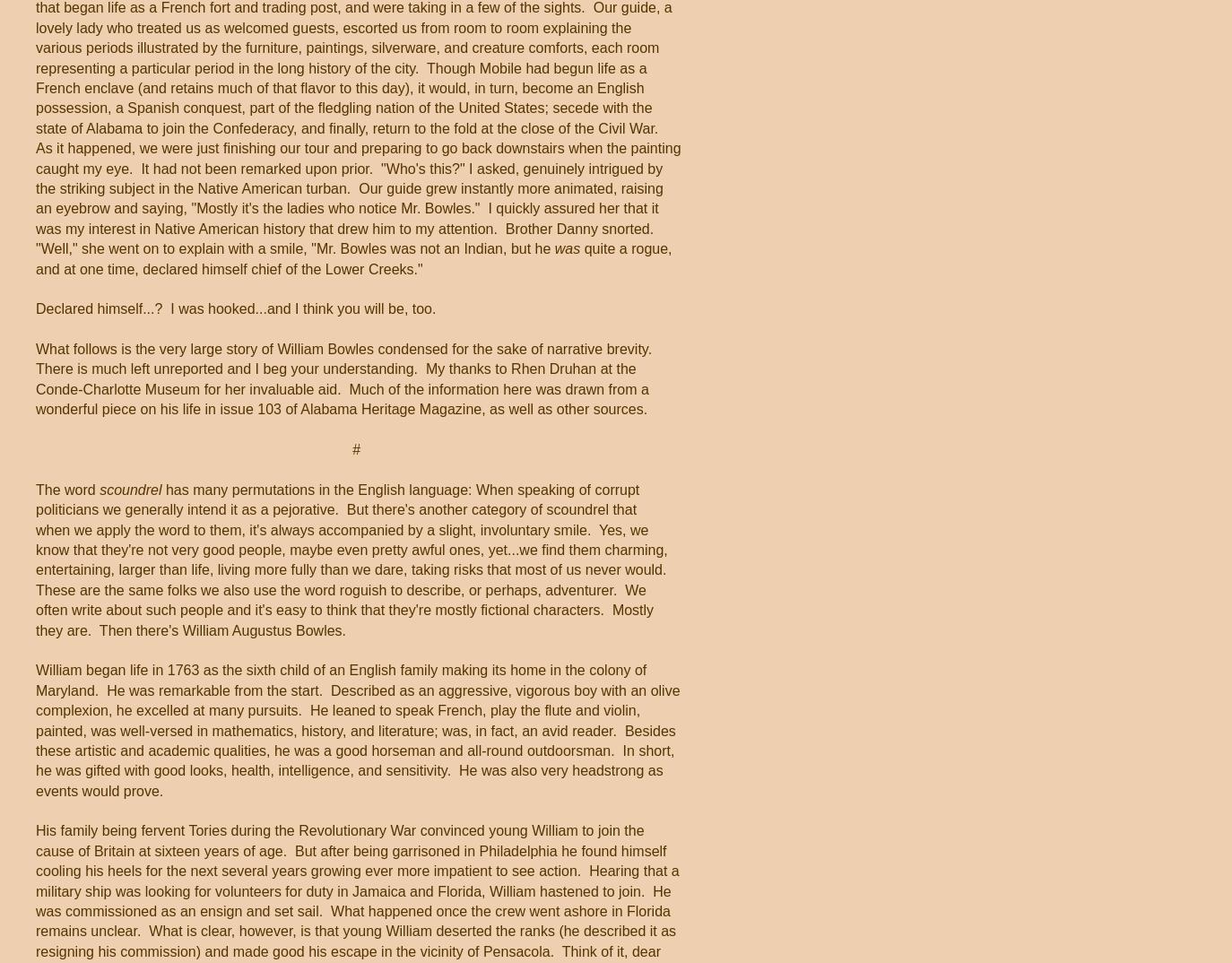 Image resolution: width=1232 pixels, height=963 pixels. Describe the element at coordinates (345, 379) in the screenshot. I see `'What follows is the very large story of William Bowles condensed for the sake of narrative brevity.  There is much left unreported and I beg your understanding.  My thanks to Rhen Druhan at the Conde-Charlotte Museum for her invaluable aid.  Much of the information here was drawn from a wonderful piece on his life in issue 103 of Alabama Heritage Magazine, as well as other sources.'` at that location.